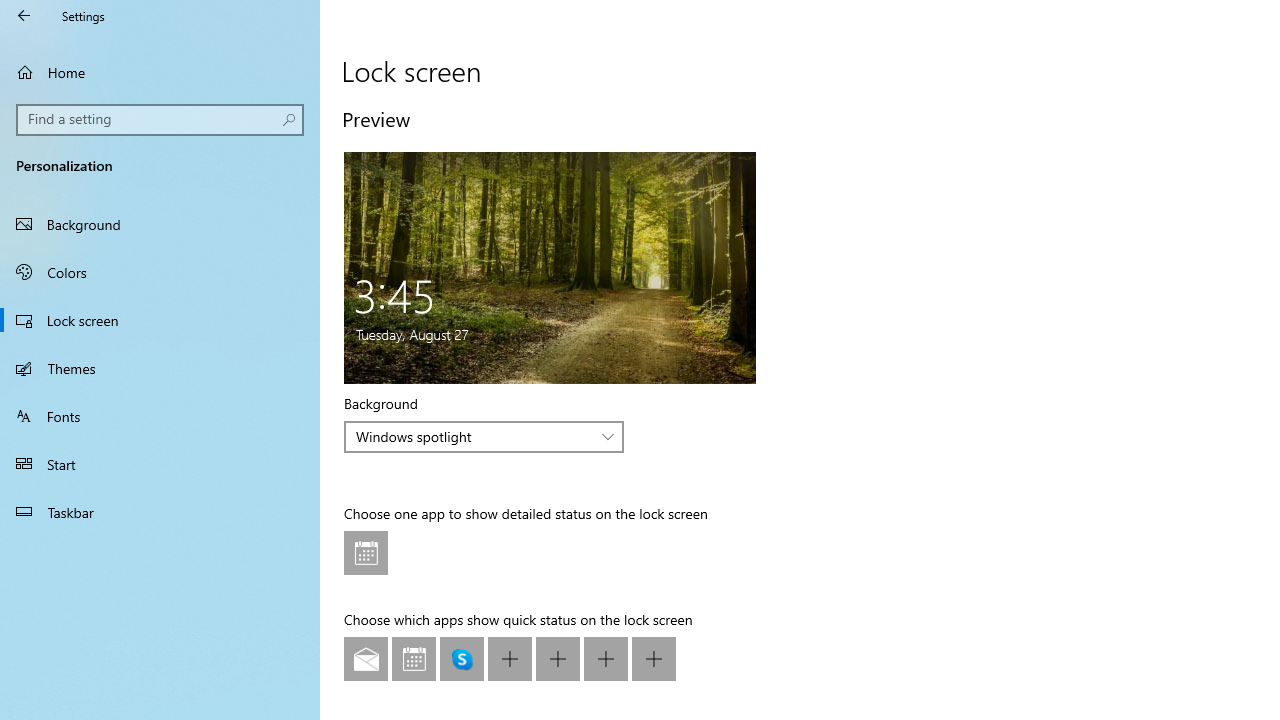  I want to click on 'Windows spotlight', so click(472, 435).